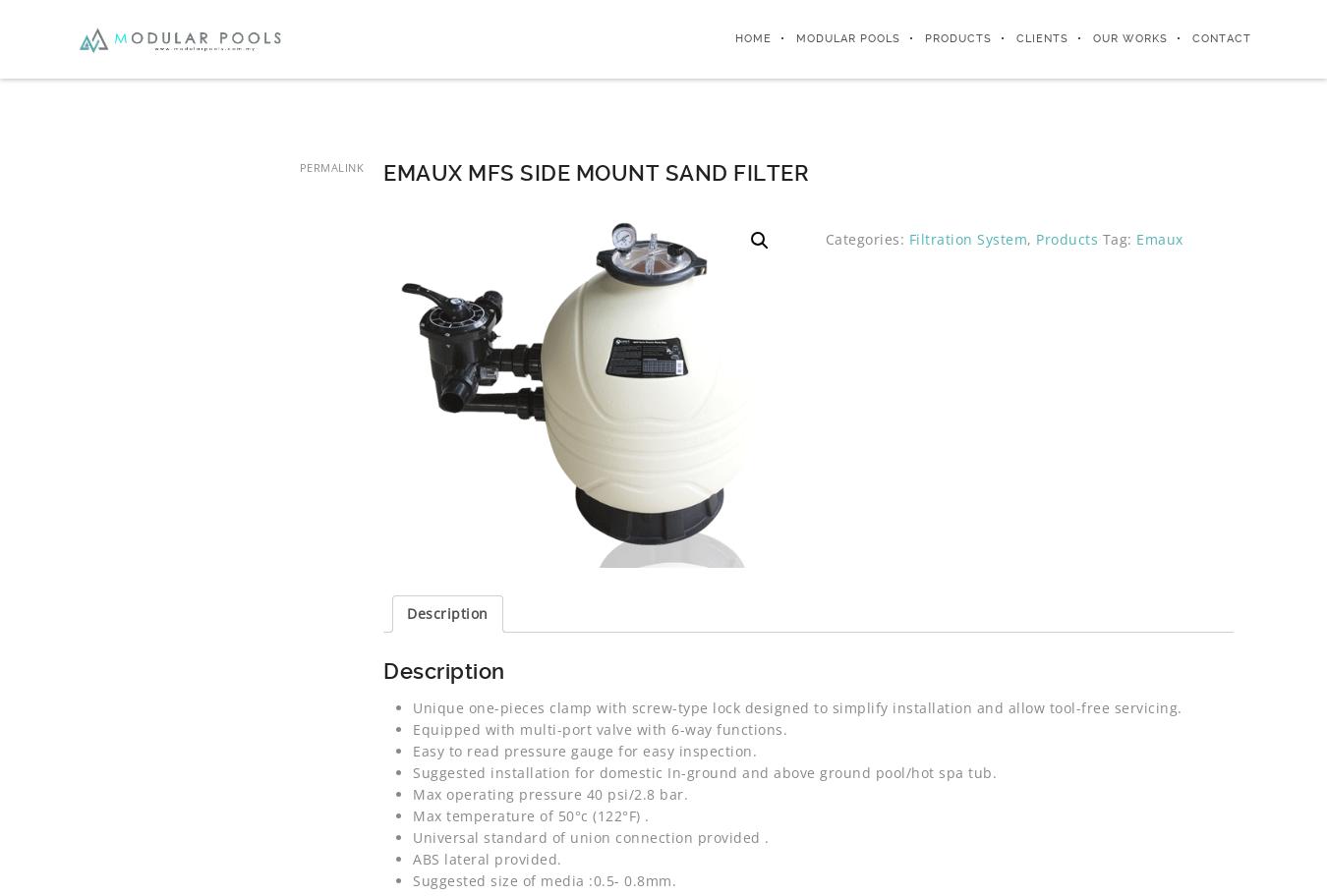 This screenshot has height=896, width=1327. I want to click on 'Suggested size of media :0.5- 0.8mm.', so click(544, 878).